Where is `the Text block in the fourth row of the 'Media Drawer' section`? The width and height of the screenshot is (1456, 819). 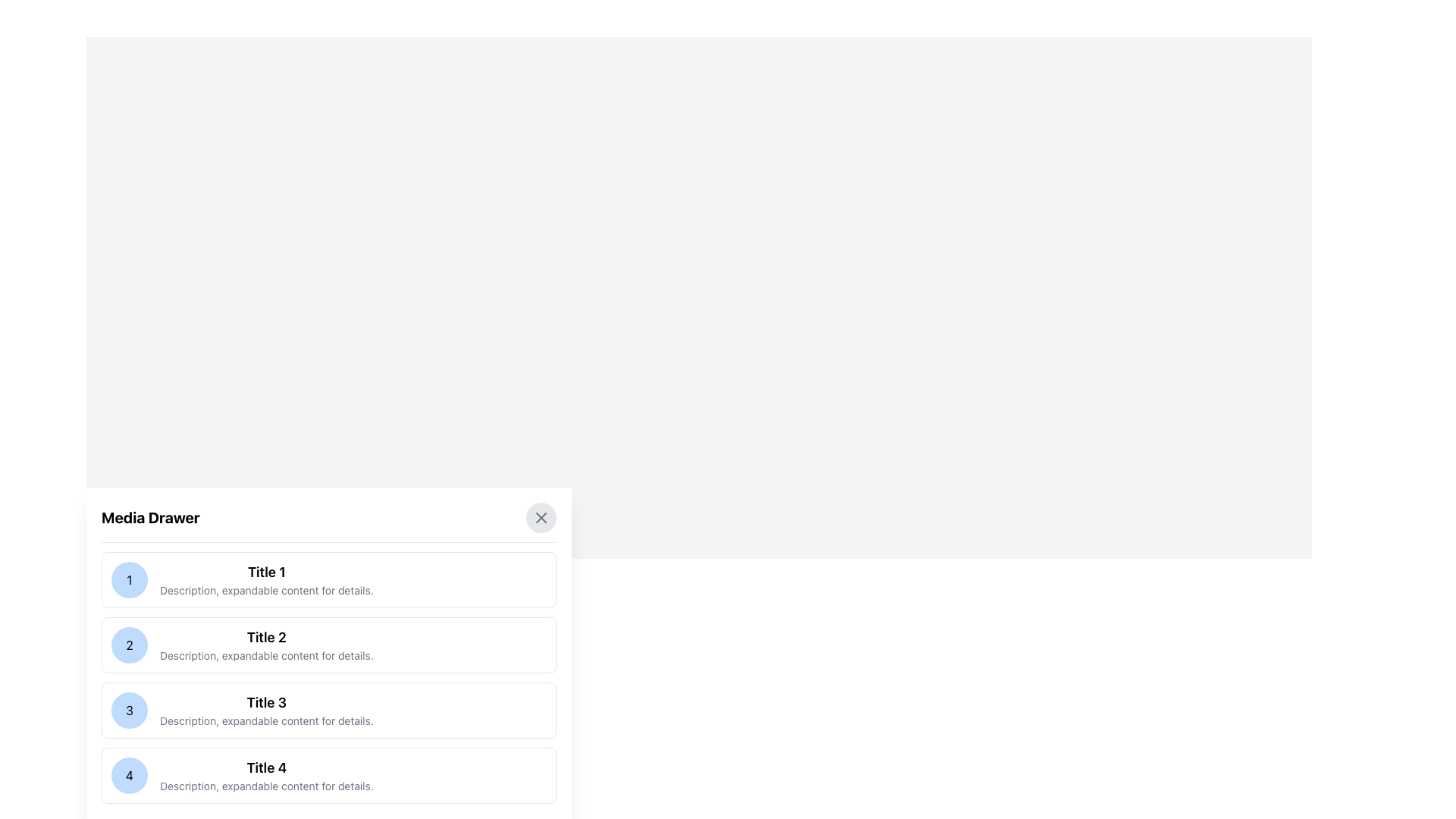
the Text block in the fourth row of the 'Media Drawer' section is located at coordinates (266, 775).